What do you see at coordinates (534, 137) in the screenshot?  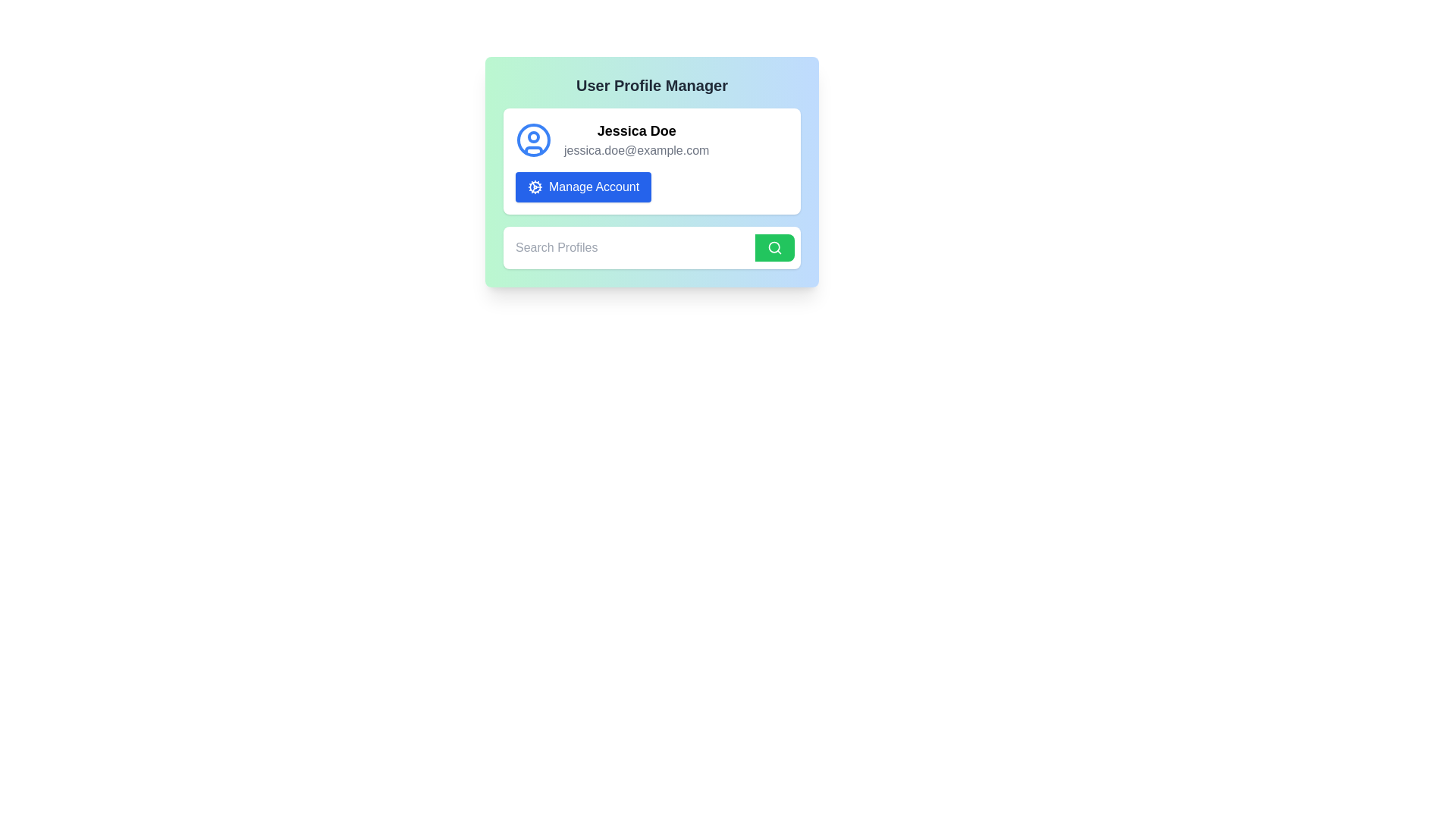 I see `the graphical vector component representing the user profile icon, located slightly above the center of the circular frame of the icon` at bounding box center [534, 137].